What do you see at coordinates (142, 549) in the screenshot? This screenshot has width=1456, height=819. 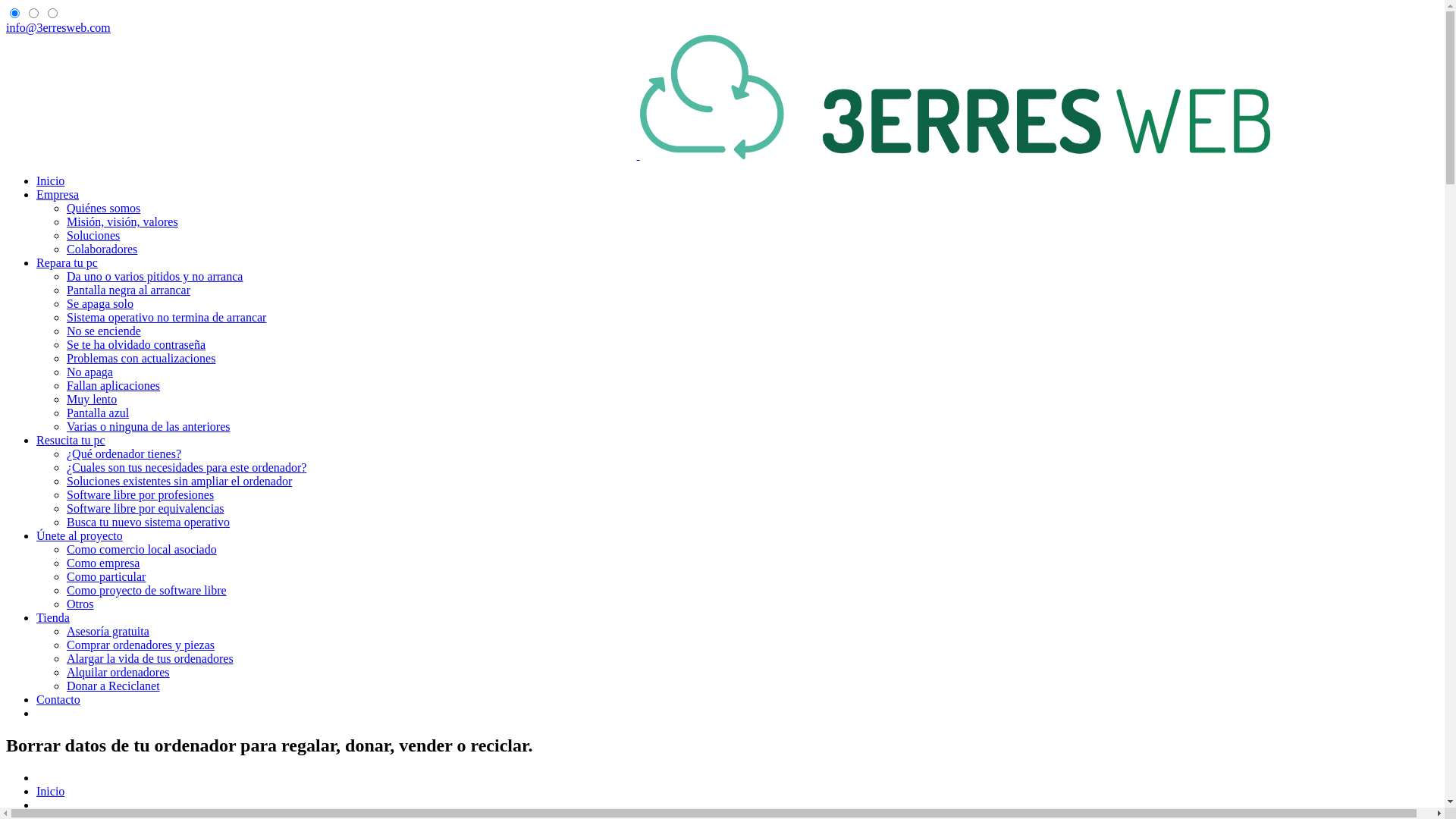 I see `'Como comercio local asociado'` at bounding box center [142, 549].